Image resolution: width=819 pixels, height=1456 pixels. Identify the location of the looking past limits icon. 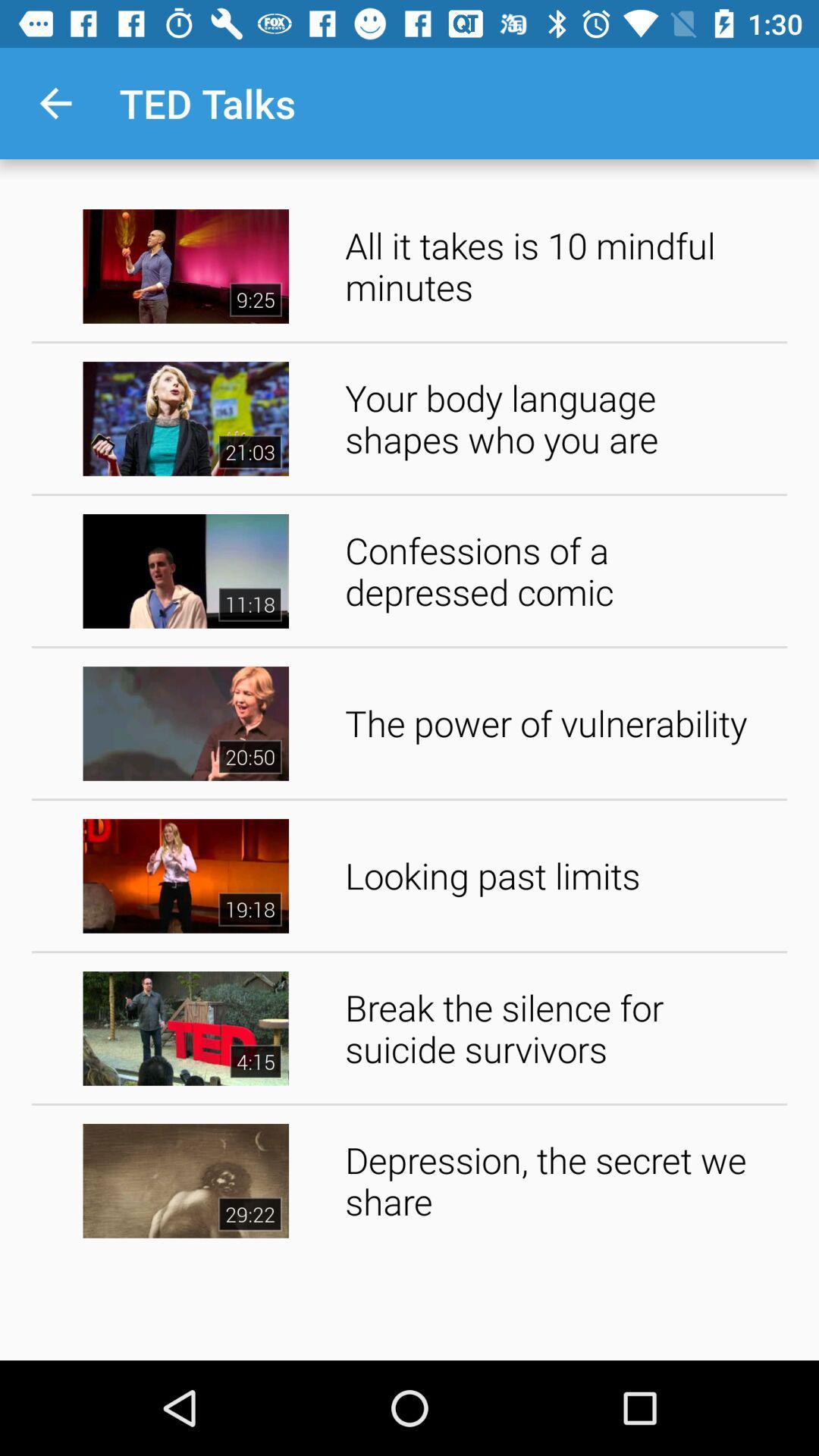
(560, 876).